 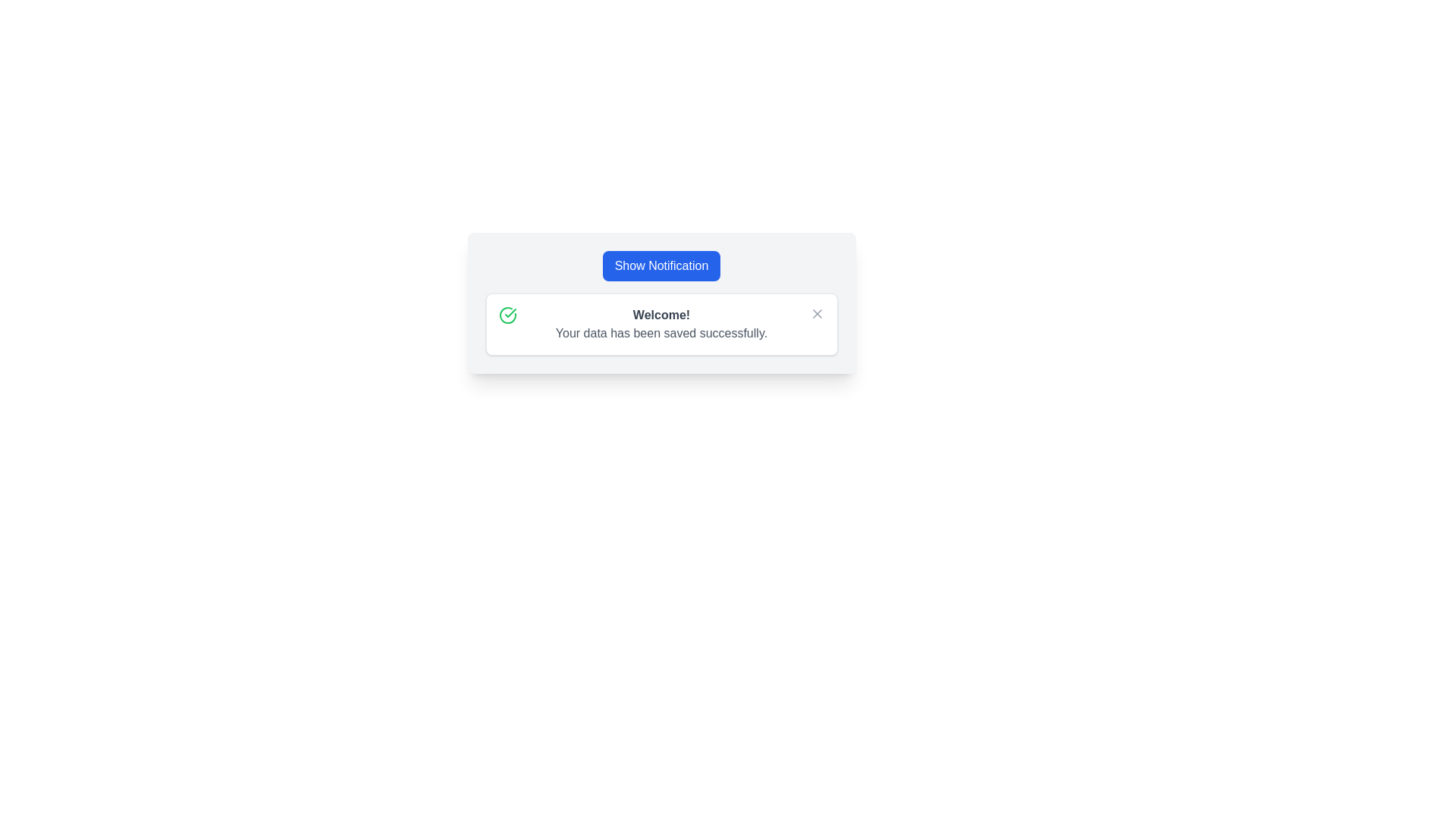 I want to click on the success indicator icon located to the left of the 'Welcome!' text in the notification panel, indicating successful data save, so click(x=507, y=315).